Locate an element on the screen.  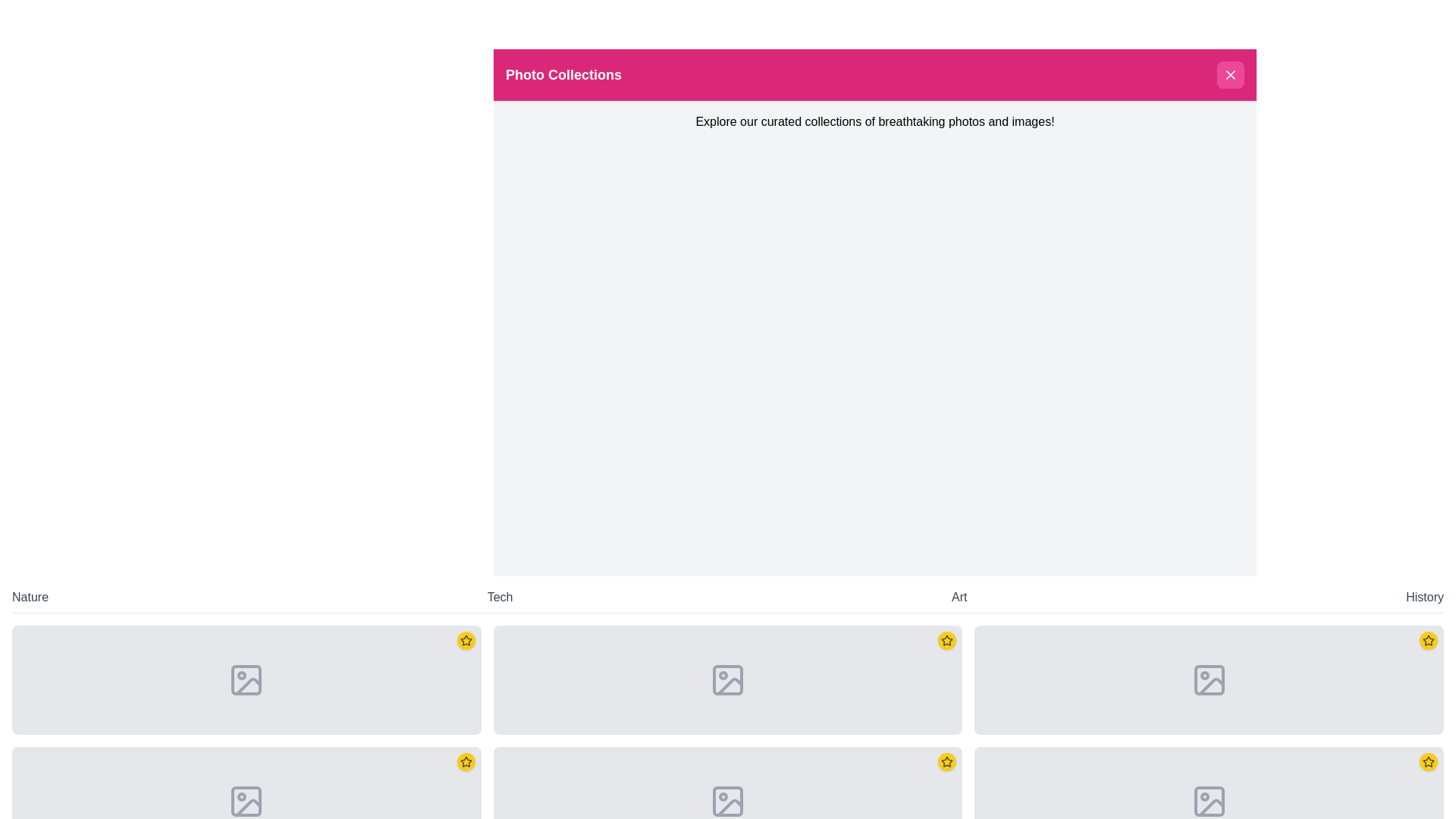
the favorite toggle button located at the top-right corner of the light gray rectangular card under the 'Art' category is located at coordinates (946, 640).